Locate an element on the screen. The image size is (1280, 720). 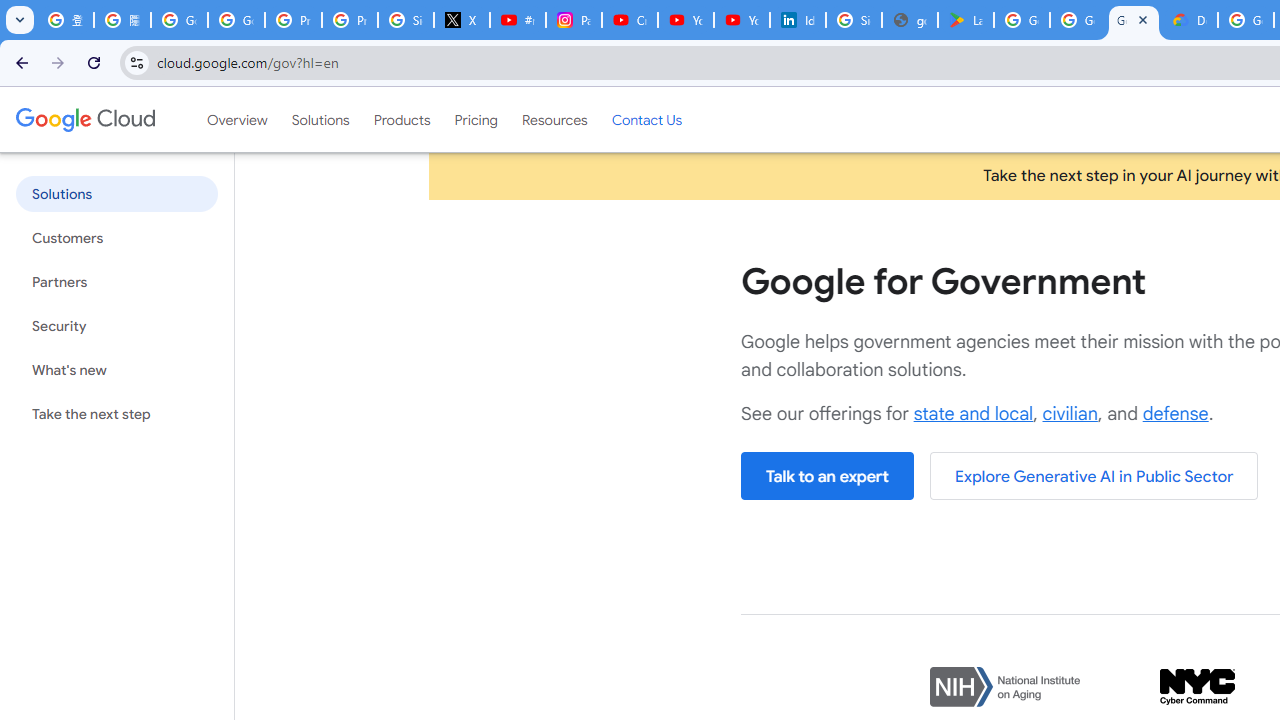
'Google Cloud' is located at coordinates (84, 119).